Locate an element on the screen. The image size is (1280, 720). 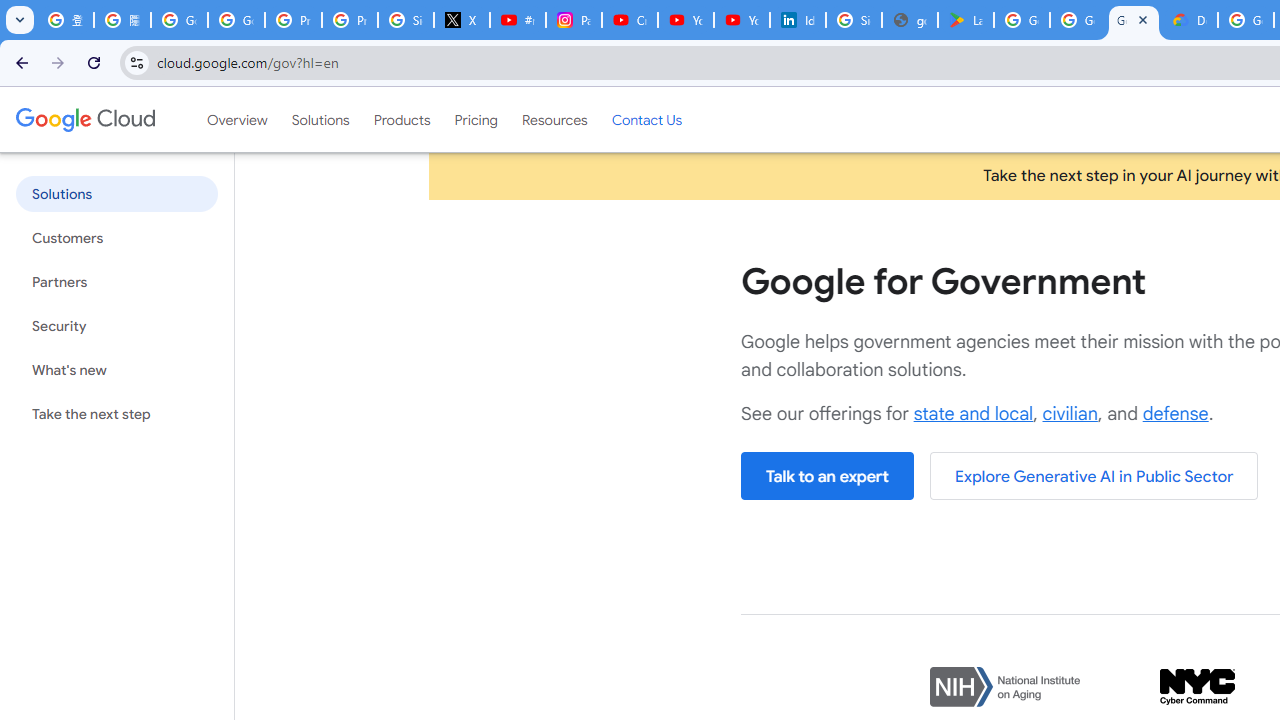
'Google Cloud' is located at coordinates (84, 119).